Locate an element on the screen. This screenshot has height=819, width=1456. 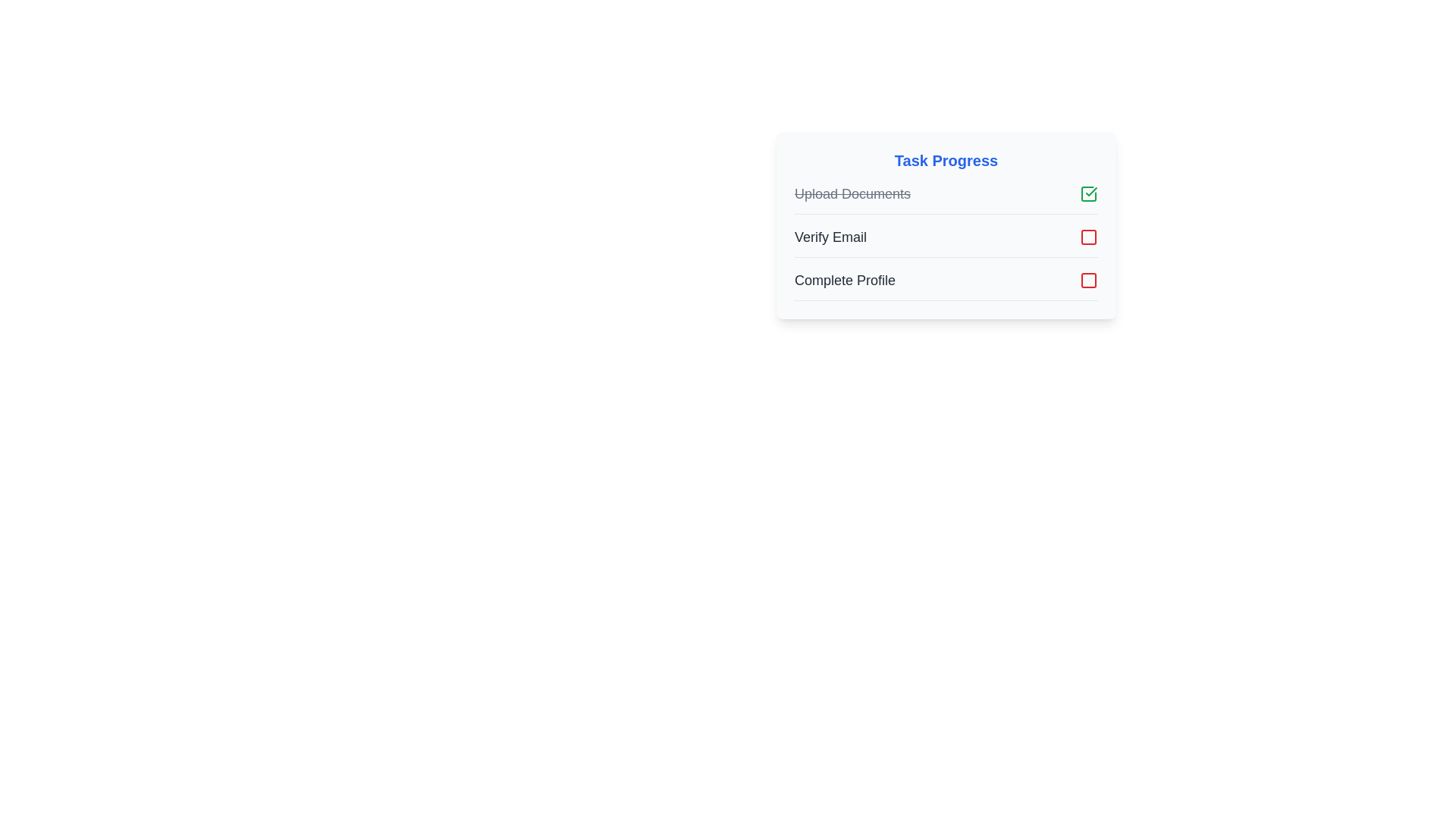
the red square icon next to the 'Verify Email' text in the checklist interface is located at coordinates (1087, 237).